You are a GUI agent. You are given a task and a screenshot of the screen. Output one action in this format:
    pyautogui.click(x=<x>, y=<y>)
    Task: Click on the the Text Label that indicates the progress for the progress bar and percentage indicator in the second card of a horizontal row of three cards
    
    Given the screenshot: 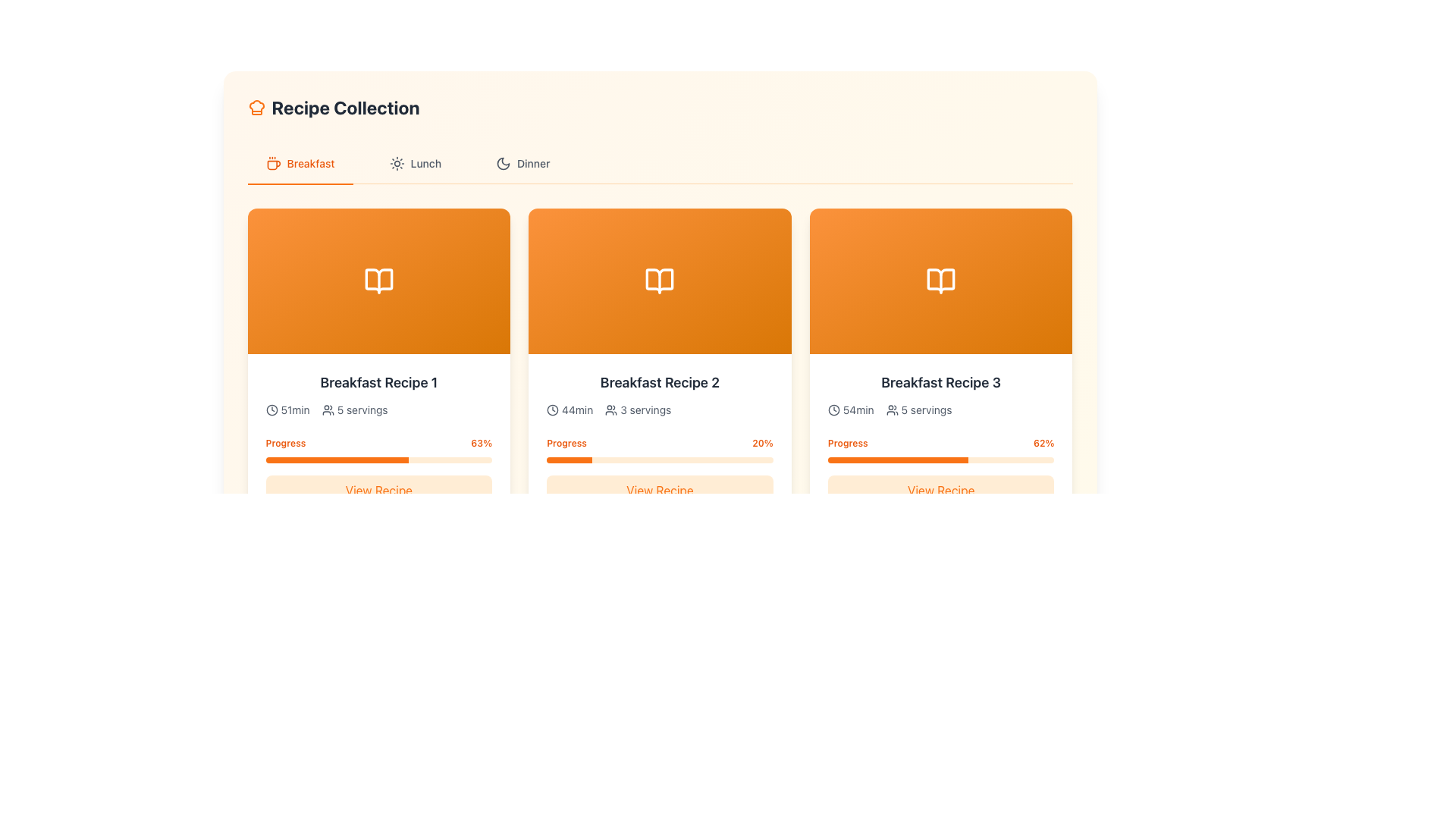 What is the action you would take?
    pyautogui.click(x=566, y=444)
    